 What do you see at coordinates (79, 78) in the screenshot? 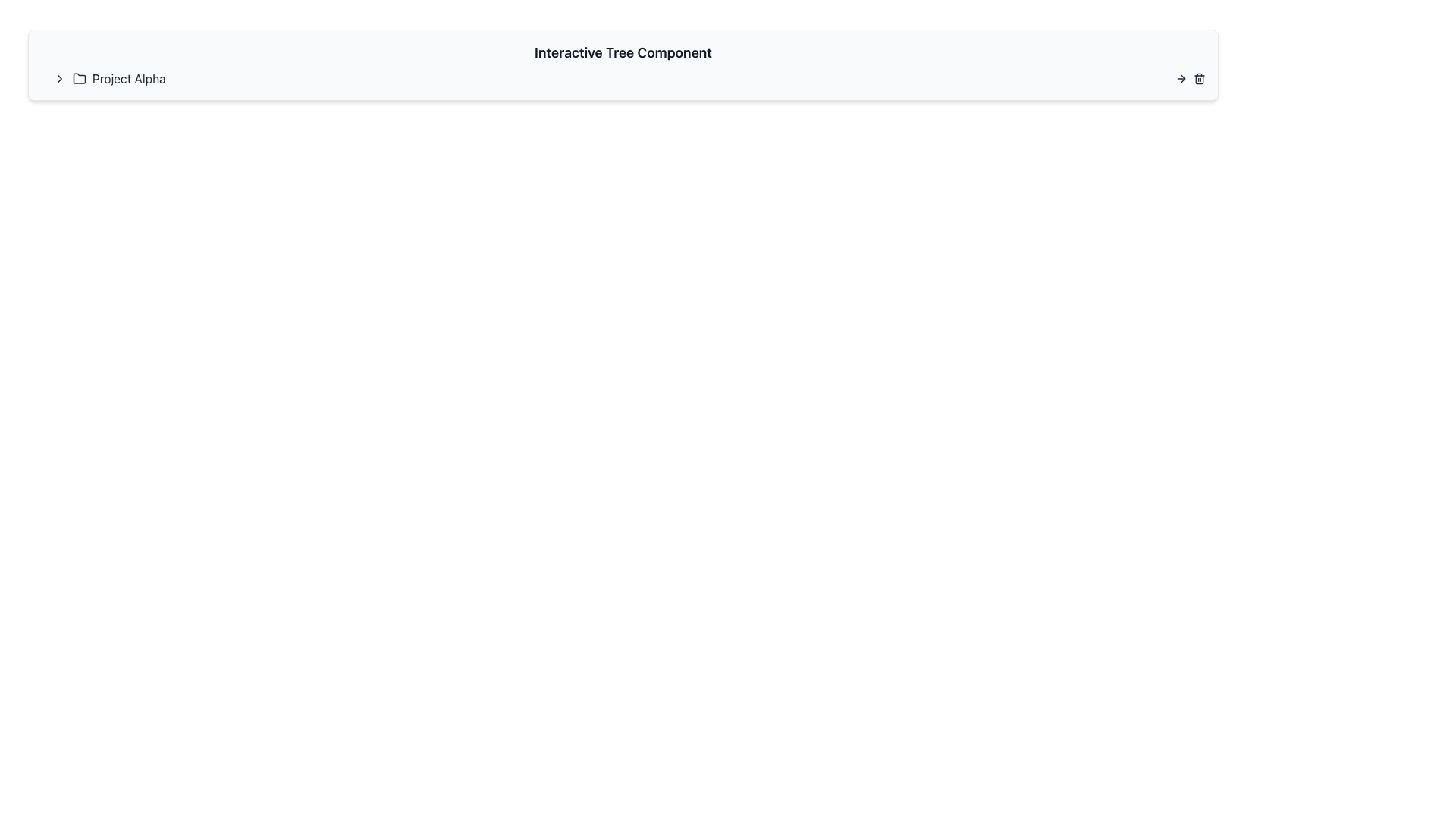
I see `the folder icon representing 'Project Alpha', which is situated to the left of the project title` at bounding box center [79, 78].